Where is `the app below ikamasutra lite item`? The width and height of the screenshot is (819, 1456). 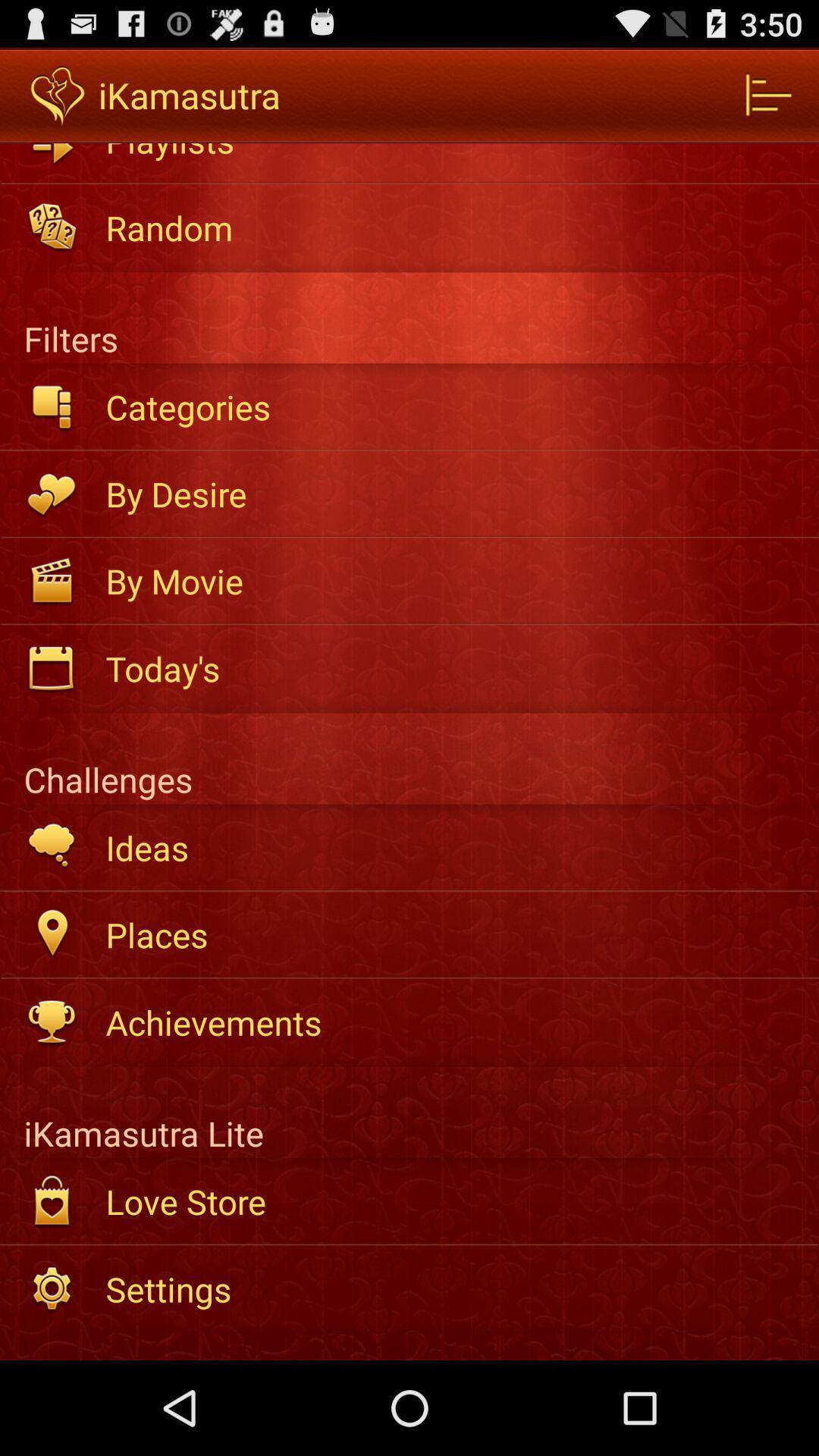 the app below ikamasutra lite item is located at coordinates (451, 1200).